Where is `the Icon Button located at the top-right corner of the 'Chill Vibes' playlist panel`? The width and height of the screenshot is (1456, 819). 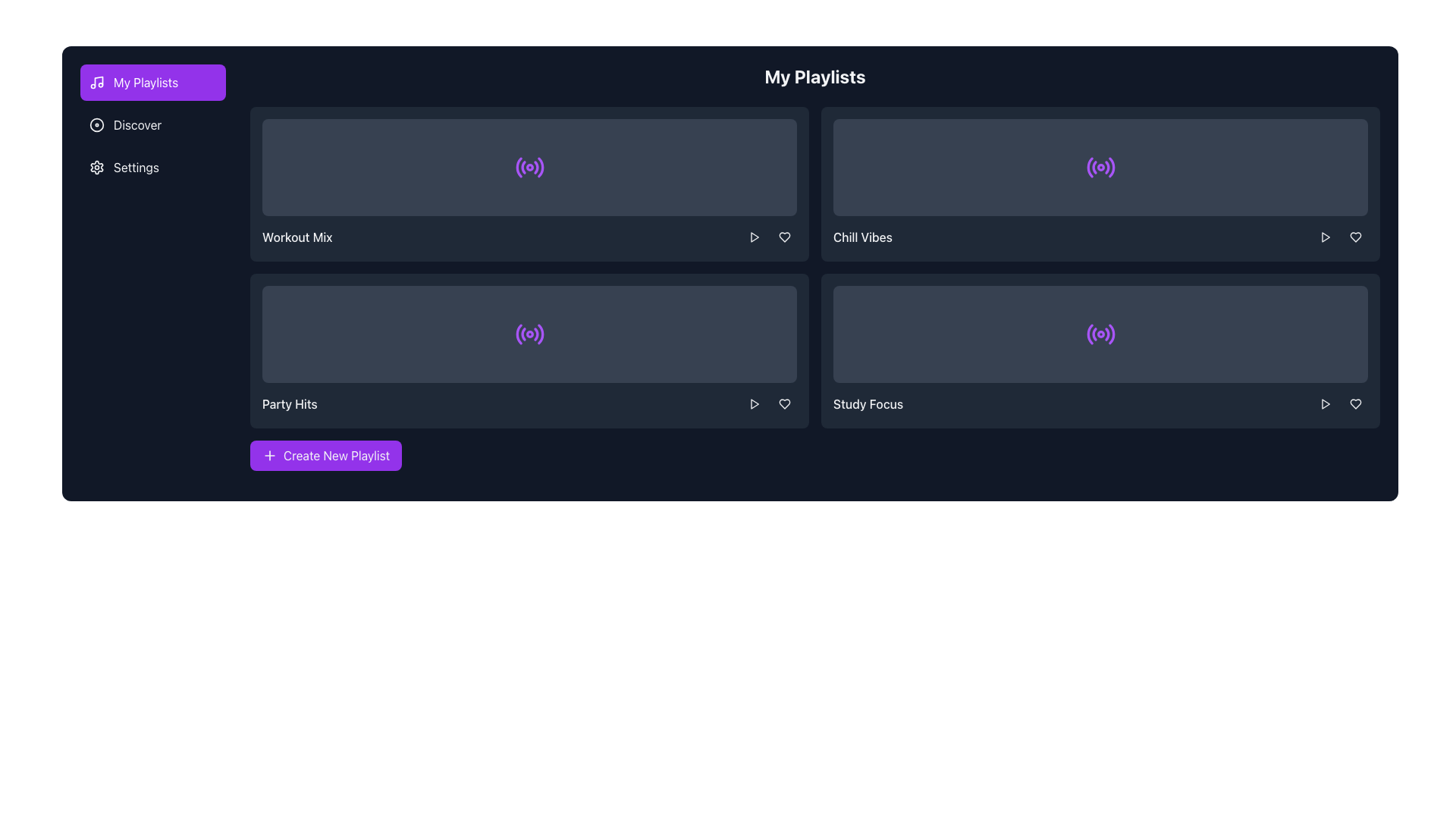
the Icon Button located at the top-right corner of the 'Chill Vibes' playlist panel is located at coordinates (1325, 237).